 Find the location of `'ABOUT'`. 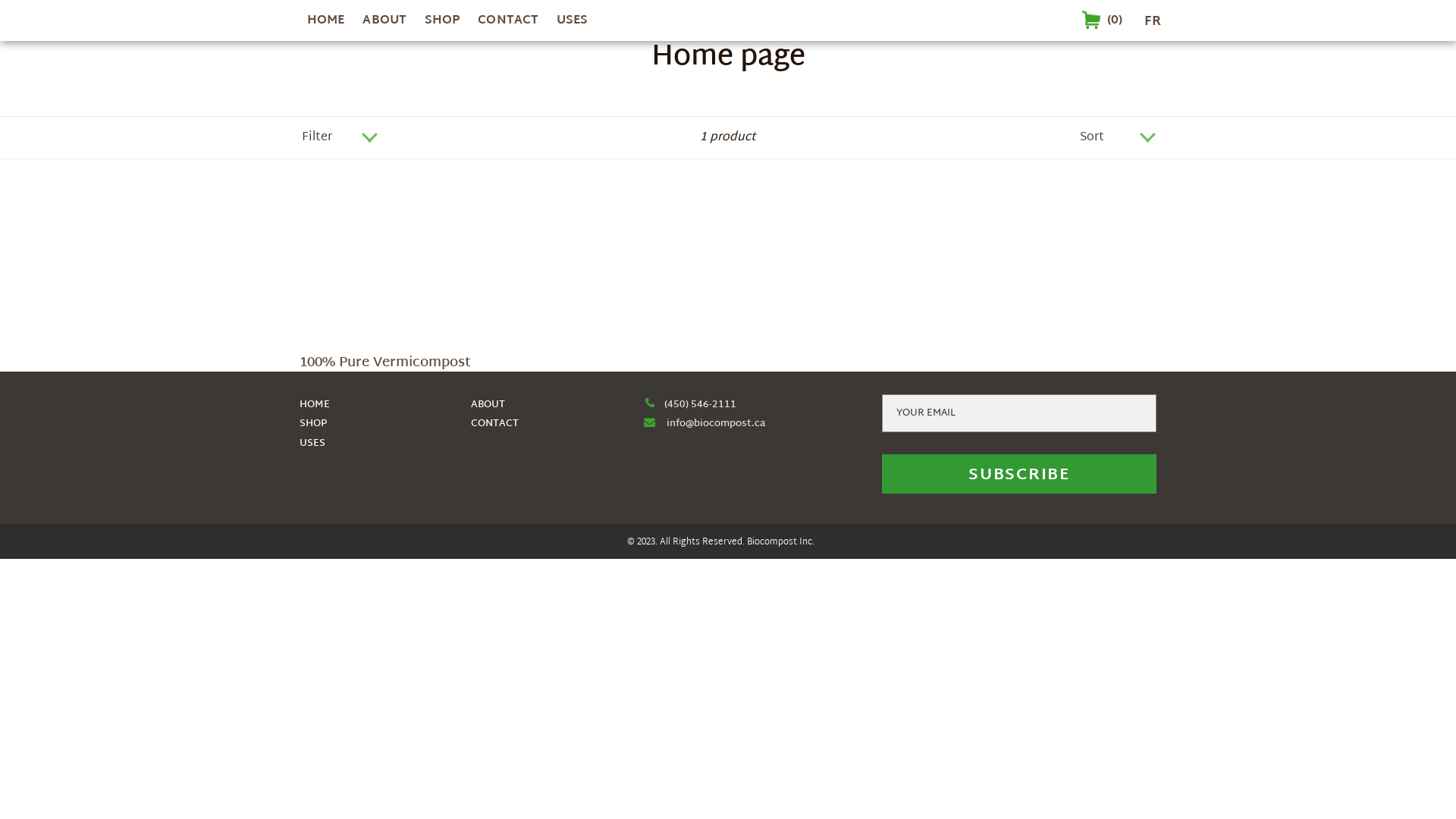

'ABOUT' is located at coordinates (488, 403).